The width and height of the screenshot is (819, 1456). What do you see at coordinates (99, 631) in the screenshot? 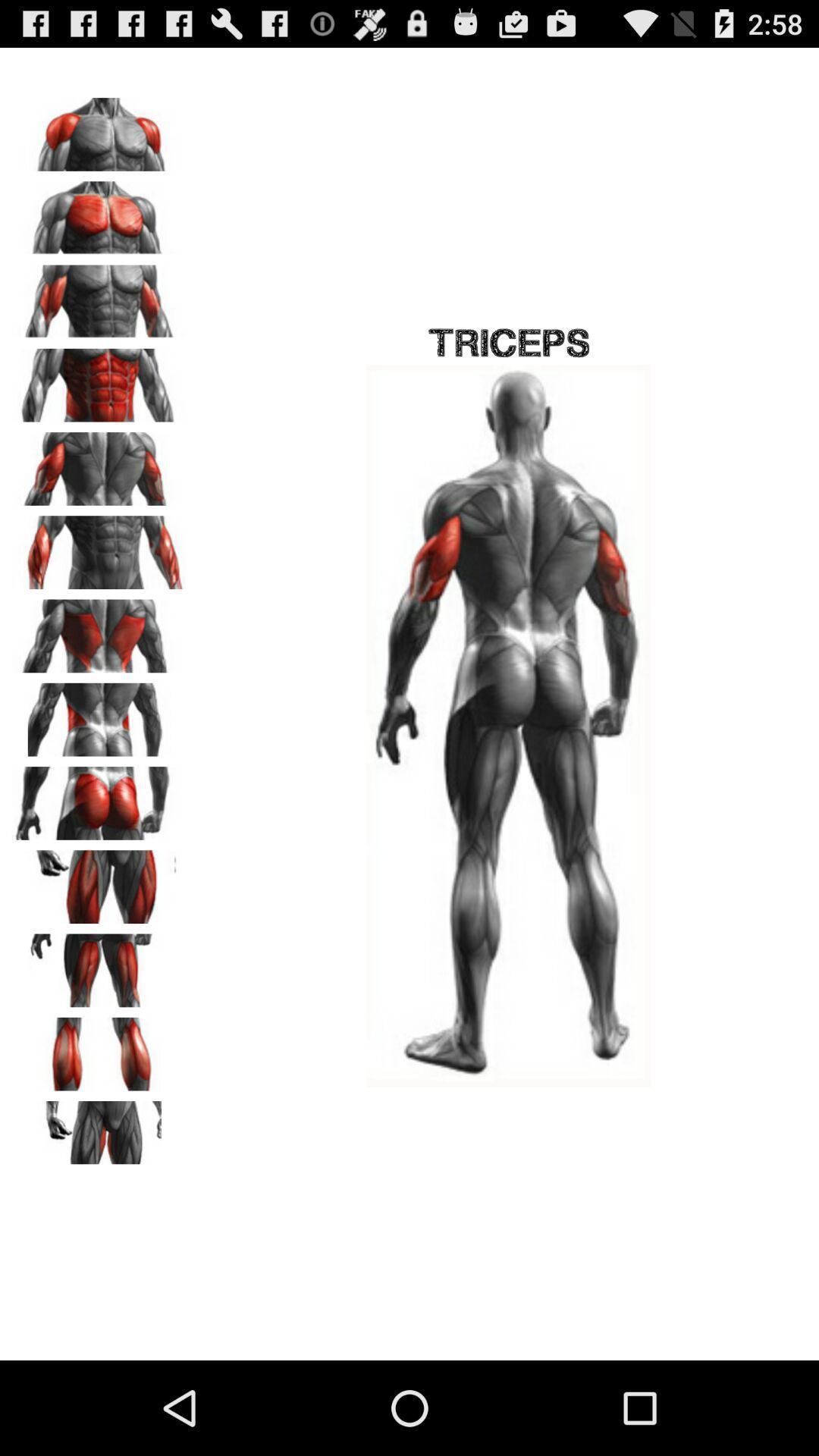
I see `this muscle group` at bounding box center [99, 631].